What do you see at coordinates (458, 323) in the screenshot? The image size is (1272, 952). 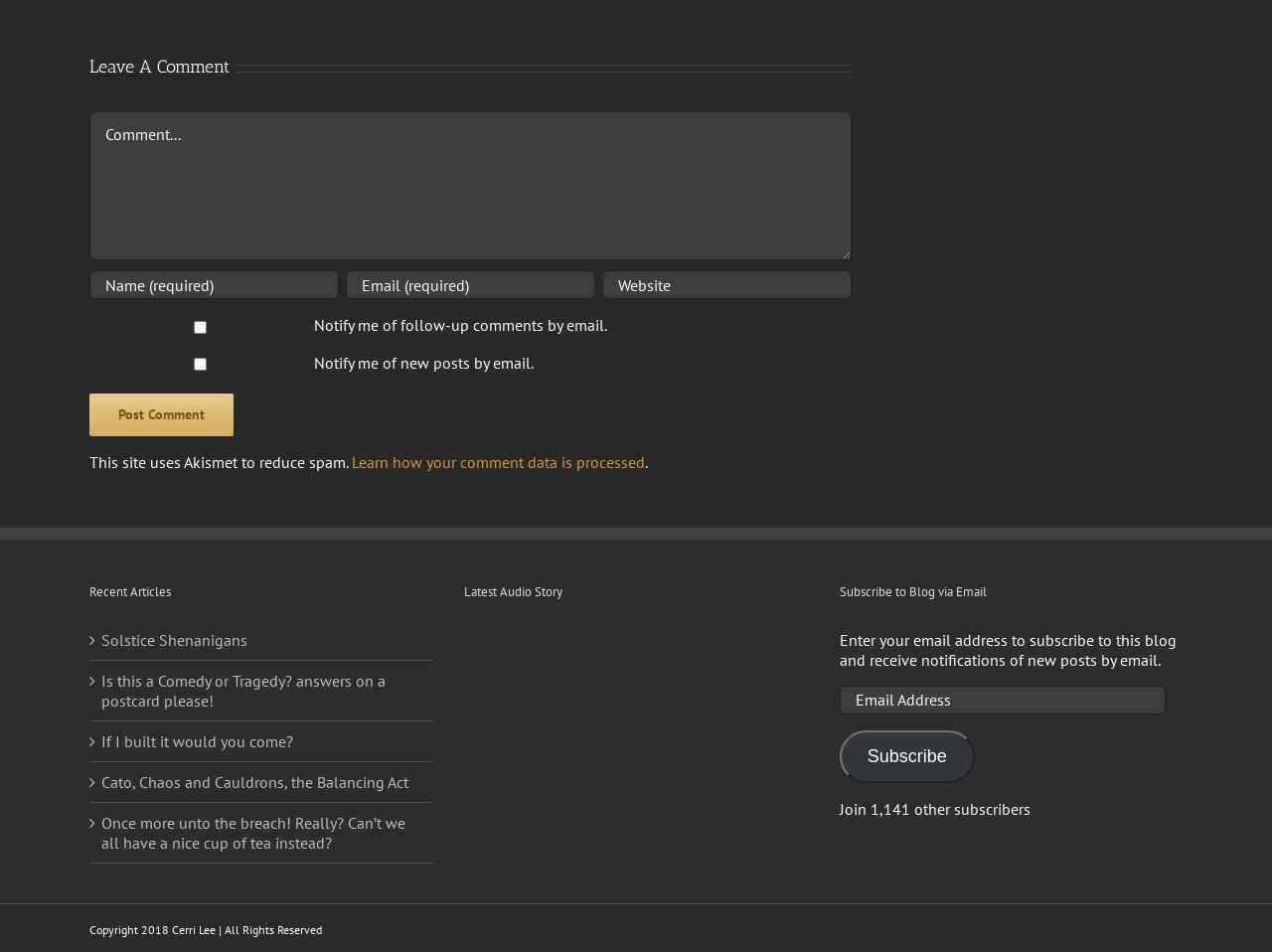 I see `'Notify me of follow-up comments by email.'` at bounding box center [458, 323].